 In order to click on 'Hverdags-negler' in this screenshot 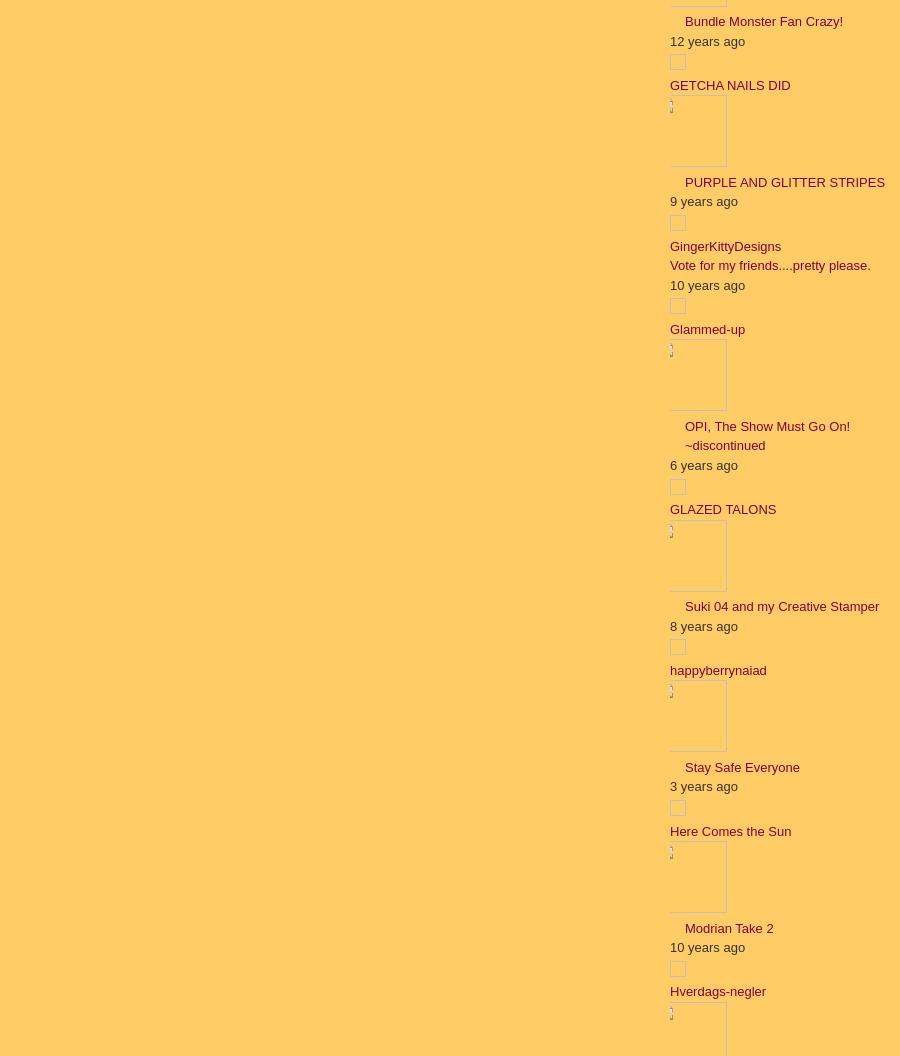, I will do `click(717, 990)`.